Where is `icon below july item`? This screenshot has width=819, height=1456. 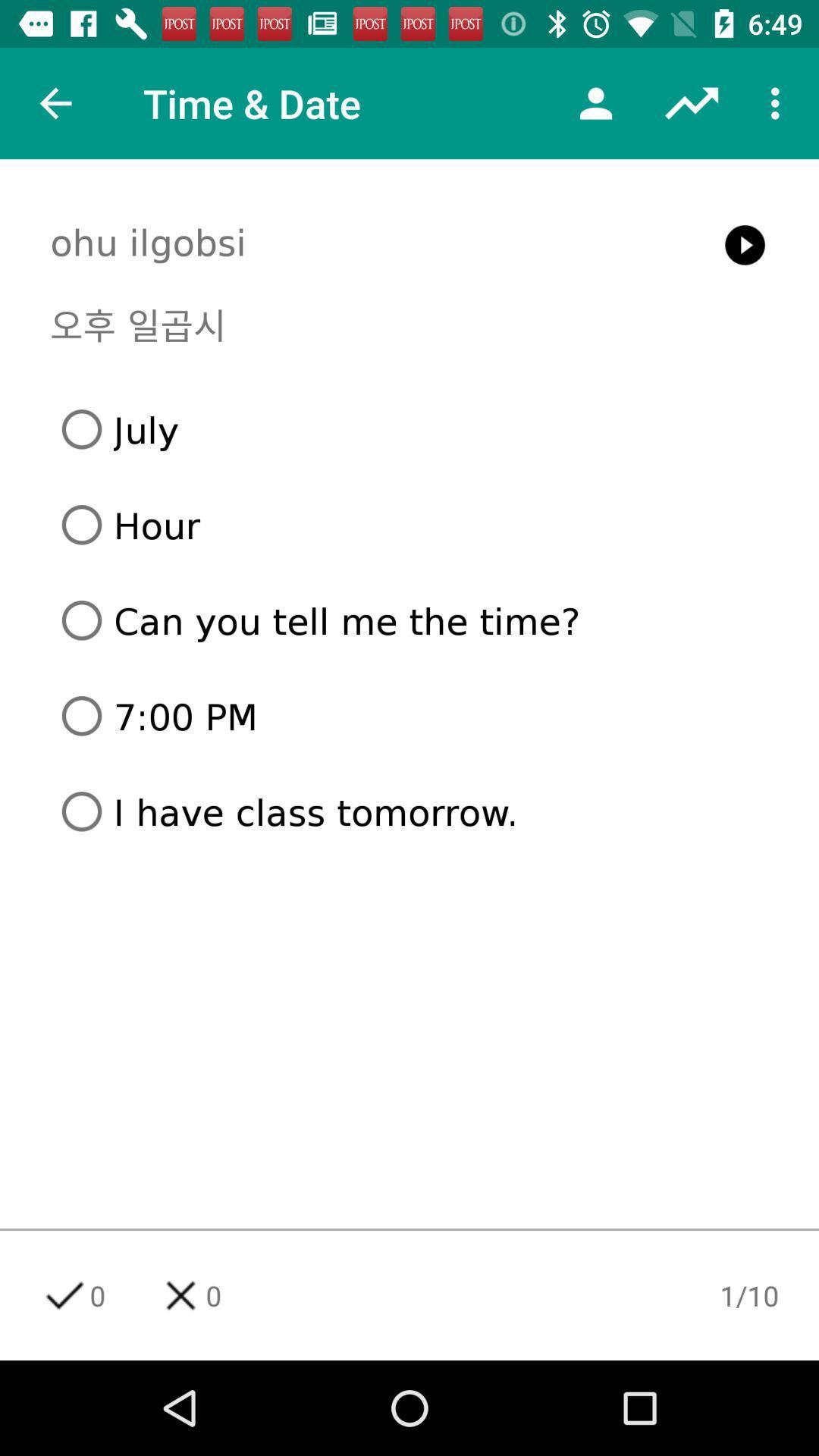 icon below july item is located at coordinates (415, 525).